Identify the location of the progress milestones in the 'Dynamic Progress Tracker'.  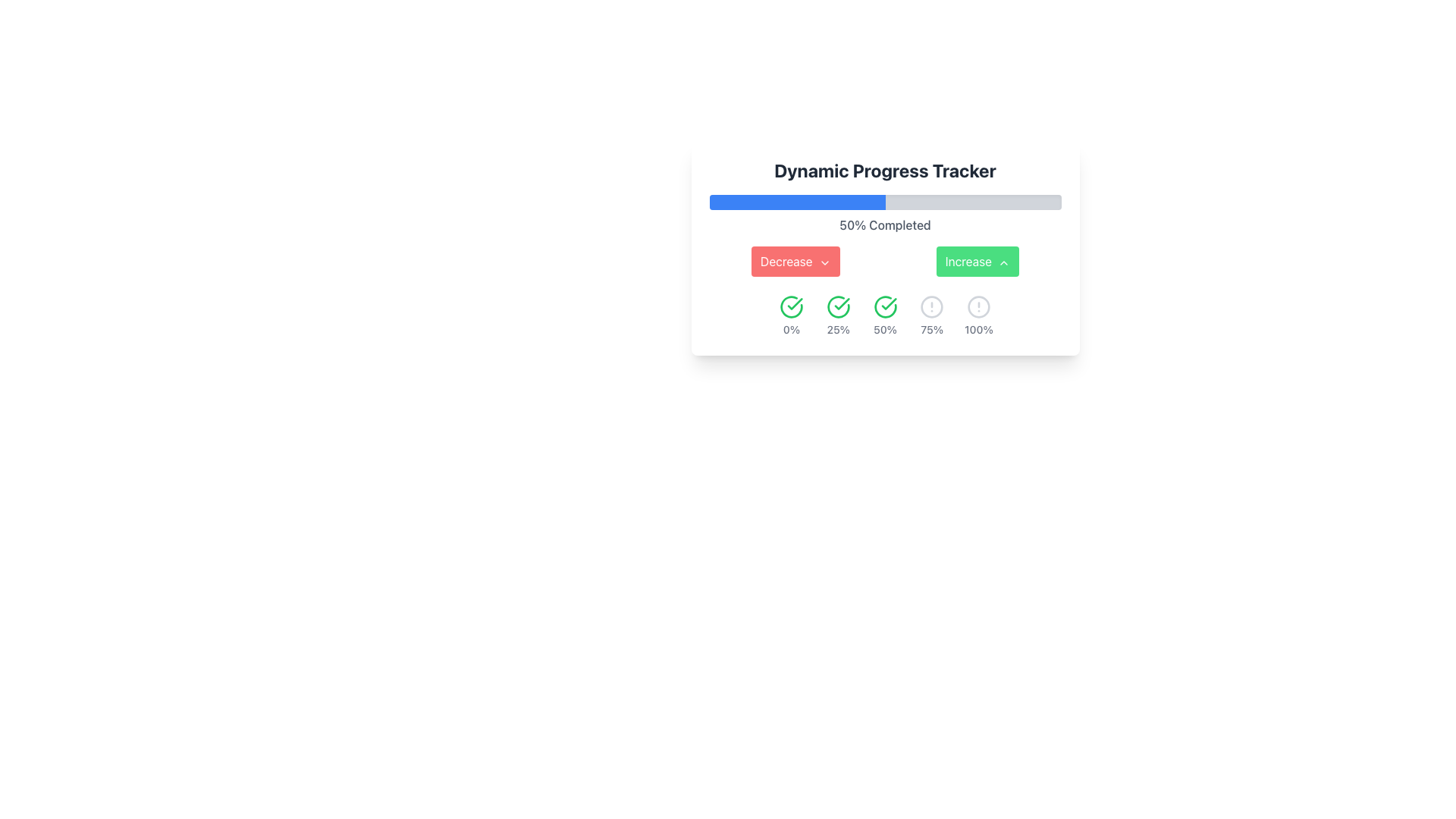
(885, 247).